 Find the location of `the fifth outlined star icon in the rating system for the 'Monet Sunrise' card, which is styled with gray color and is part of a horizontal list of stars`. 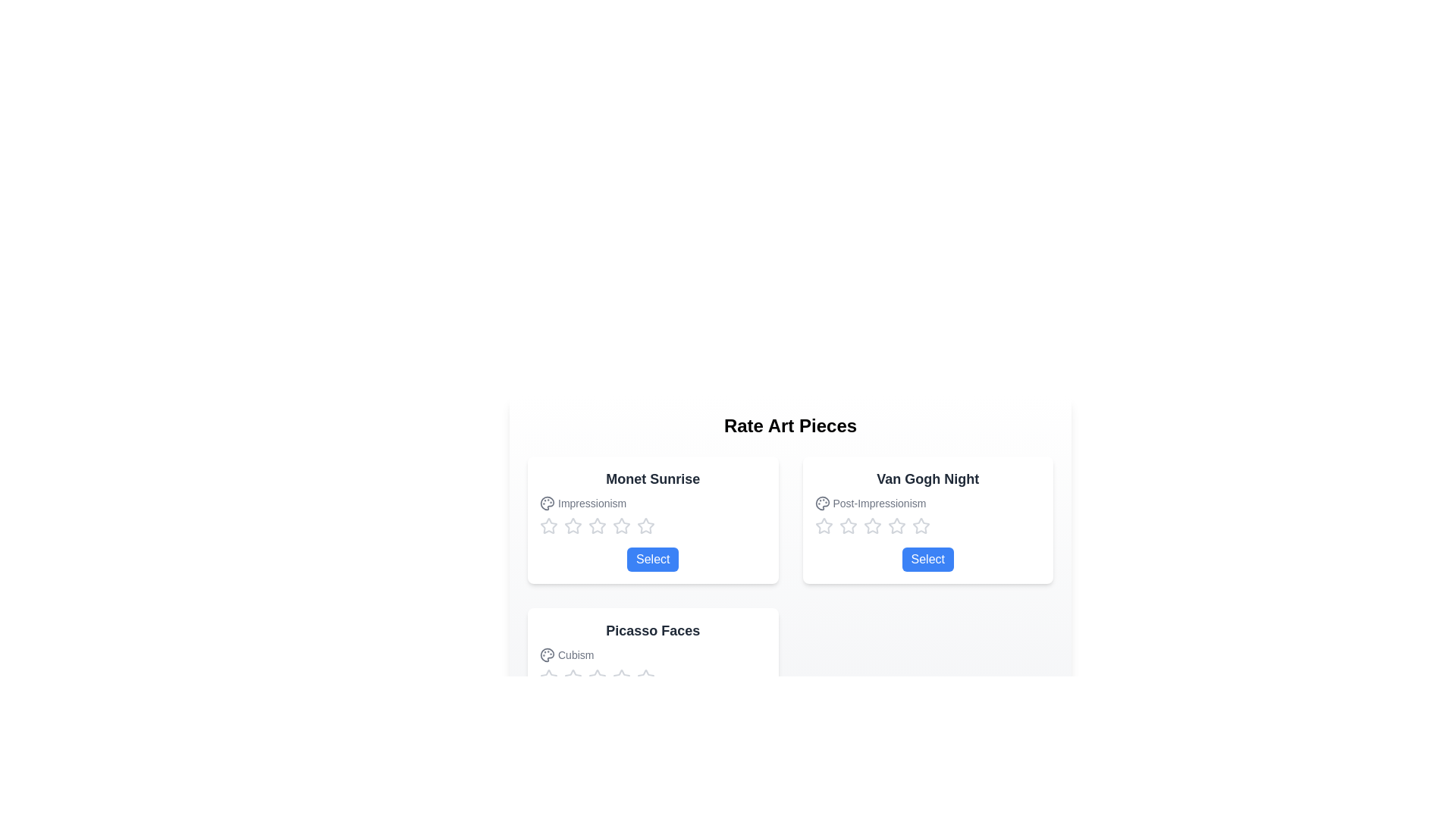

the fifth outlined star icon in the rating system for the 'Monet Sunrise' card, which is styled with gray color and is part of a horizontal list of stars is located at coordinates (645, 526).